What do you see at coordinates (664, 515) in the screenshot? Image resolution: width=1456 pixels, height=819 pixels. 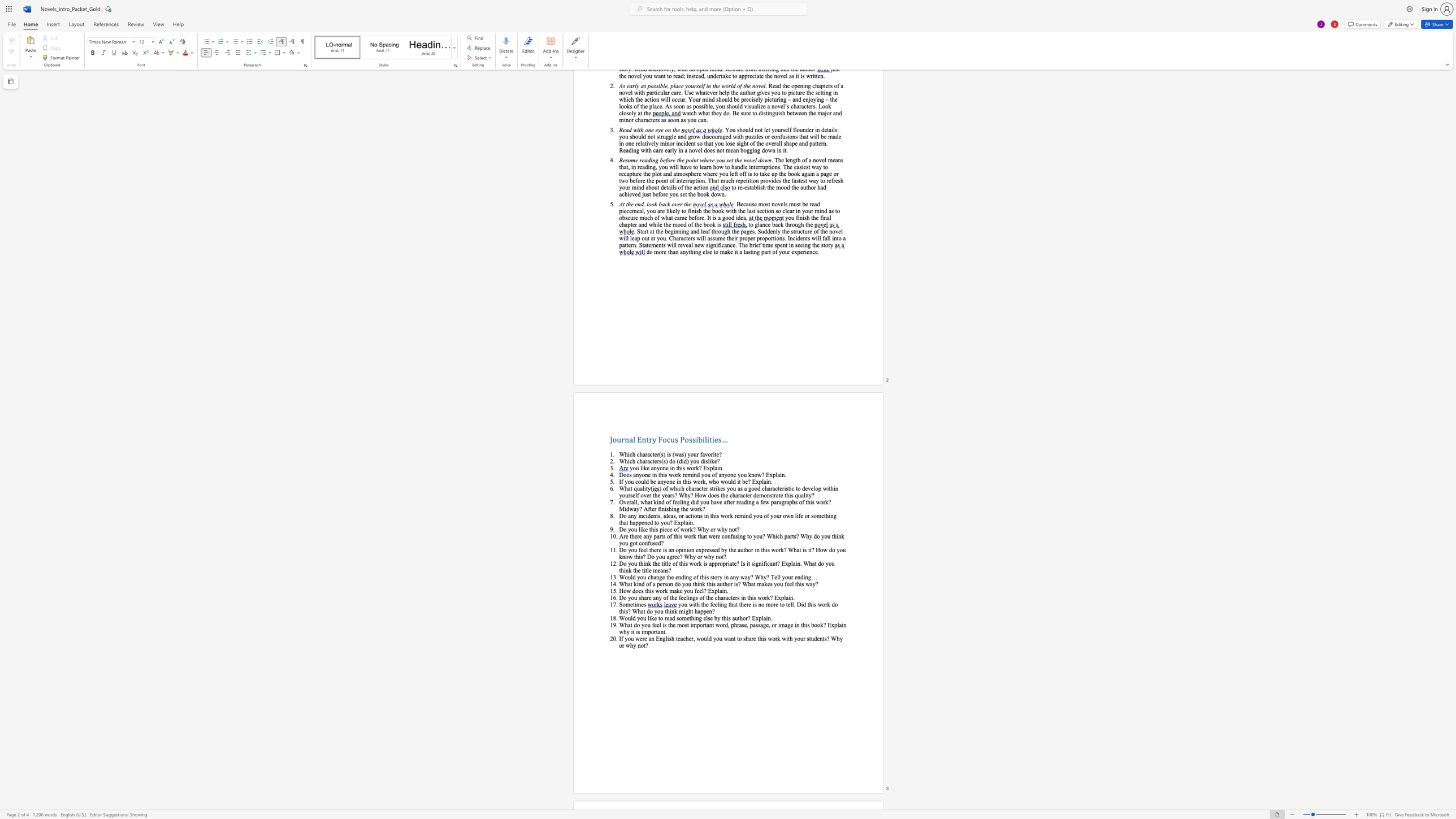 I see `the subset text "deas, or actions in this work remind you of your own life or something that happe" within the text "Do any incidents, ideas, or actions in this work remind you of your own life or something that happened to you? Explain."` at bounding box center [664, 515].